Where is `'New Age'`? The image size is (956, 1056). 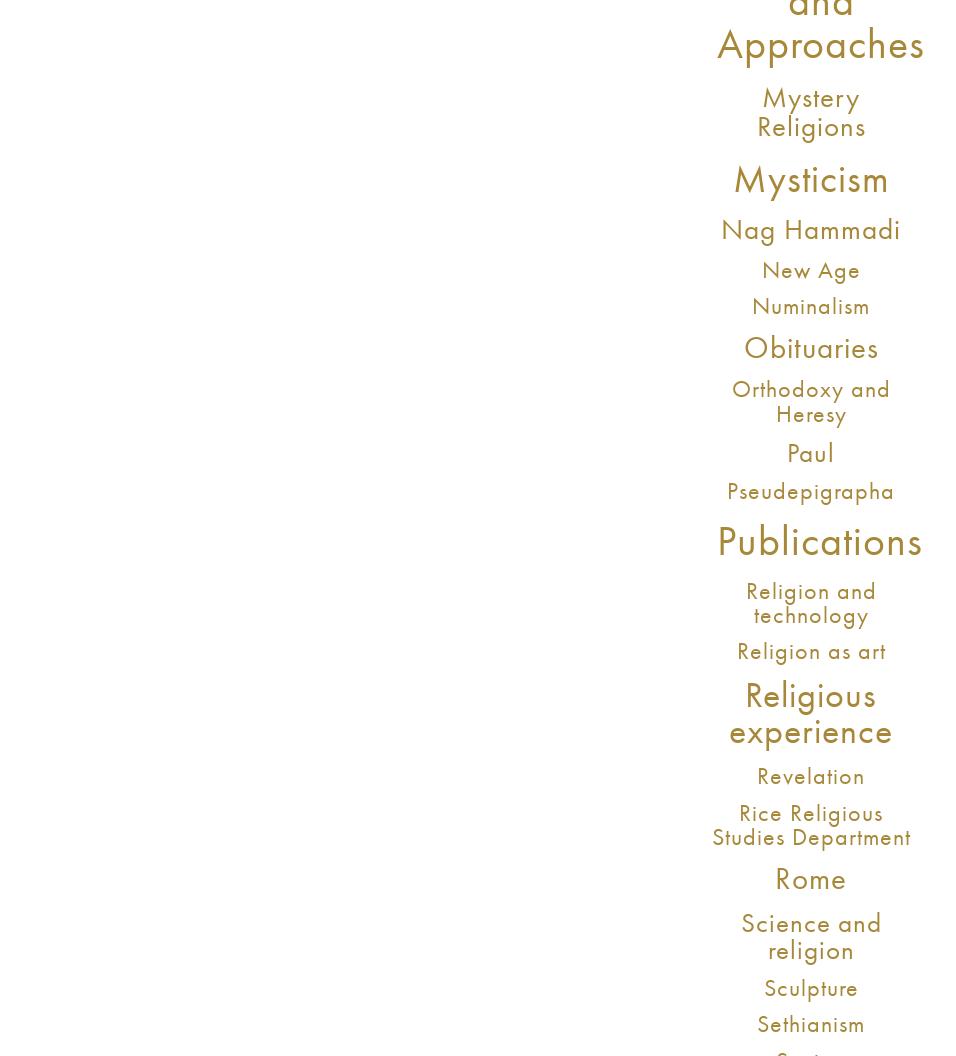 'New Age' is located at coordinates (809, 269).